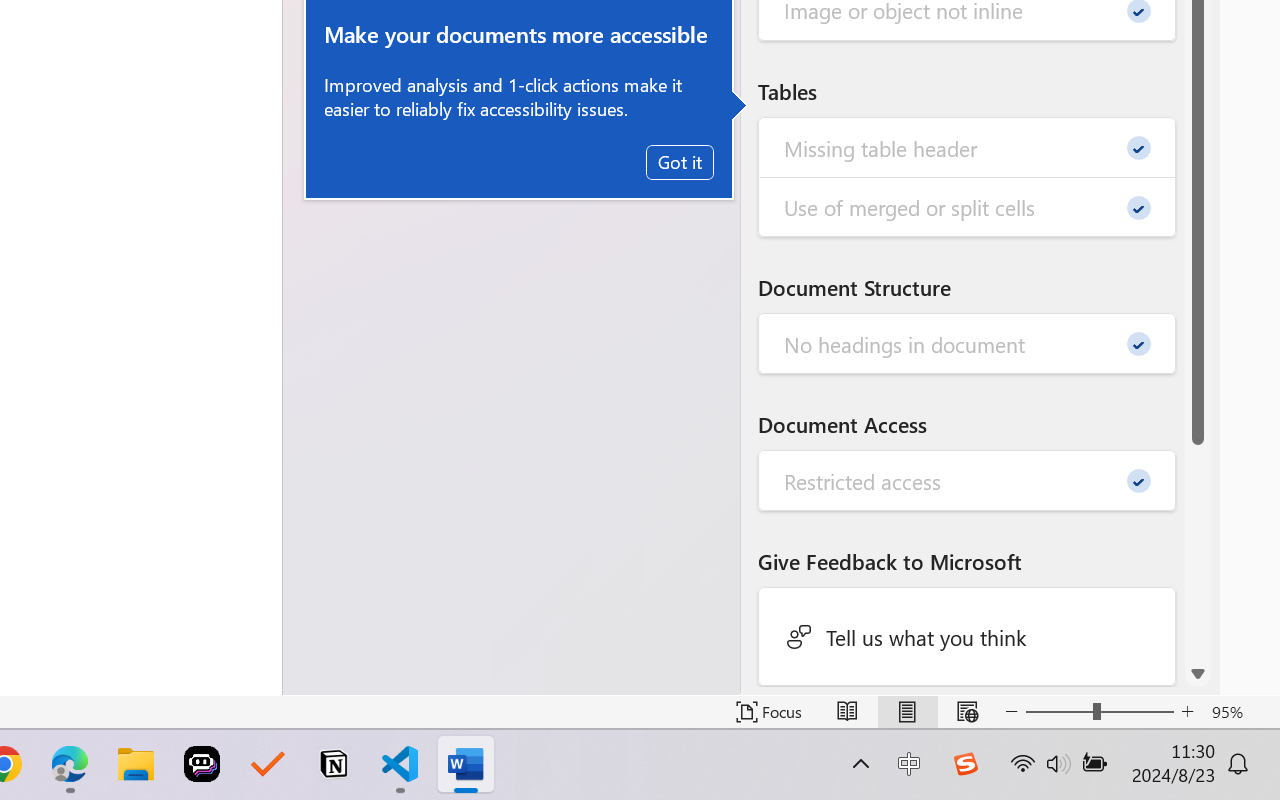  Describe the element at coordinates (967, 481) in the screenshot. I see `'Restricted access - 0'` at that location.